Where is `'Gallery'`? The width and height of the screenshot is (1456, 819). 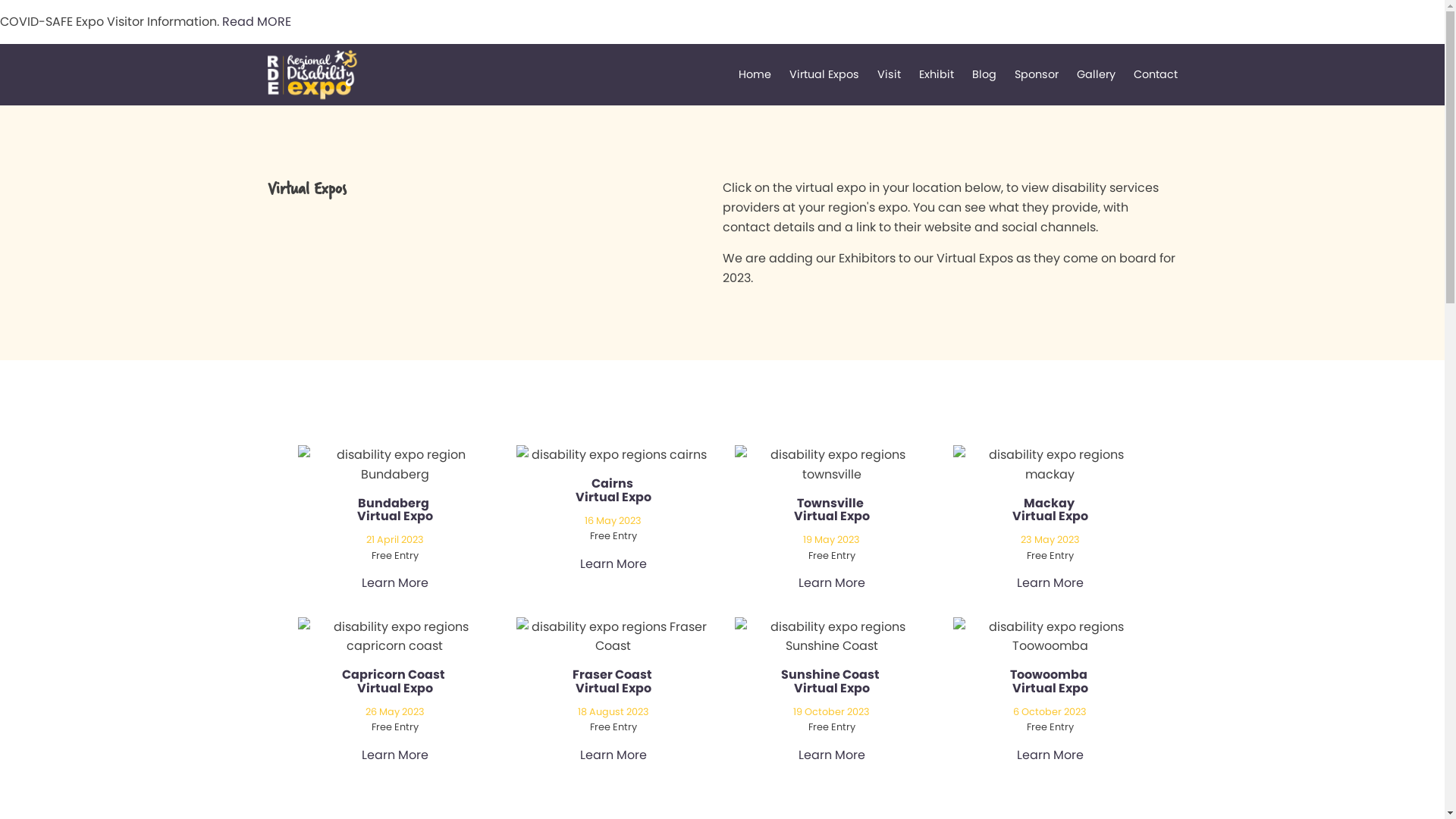 'Gallery' is located at coordinates (1096, 74).